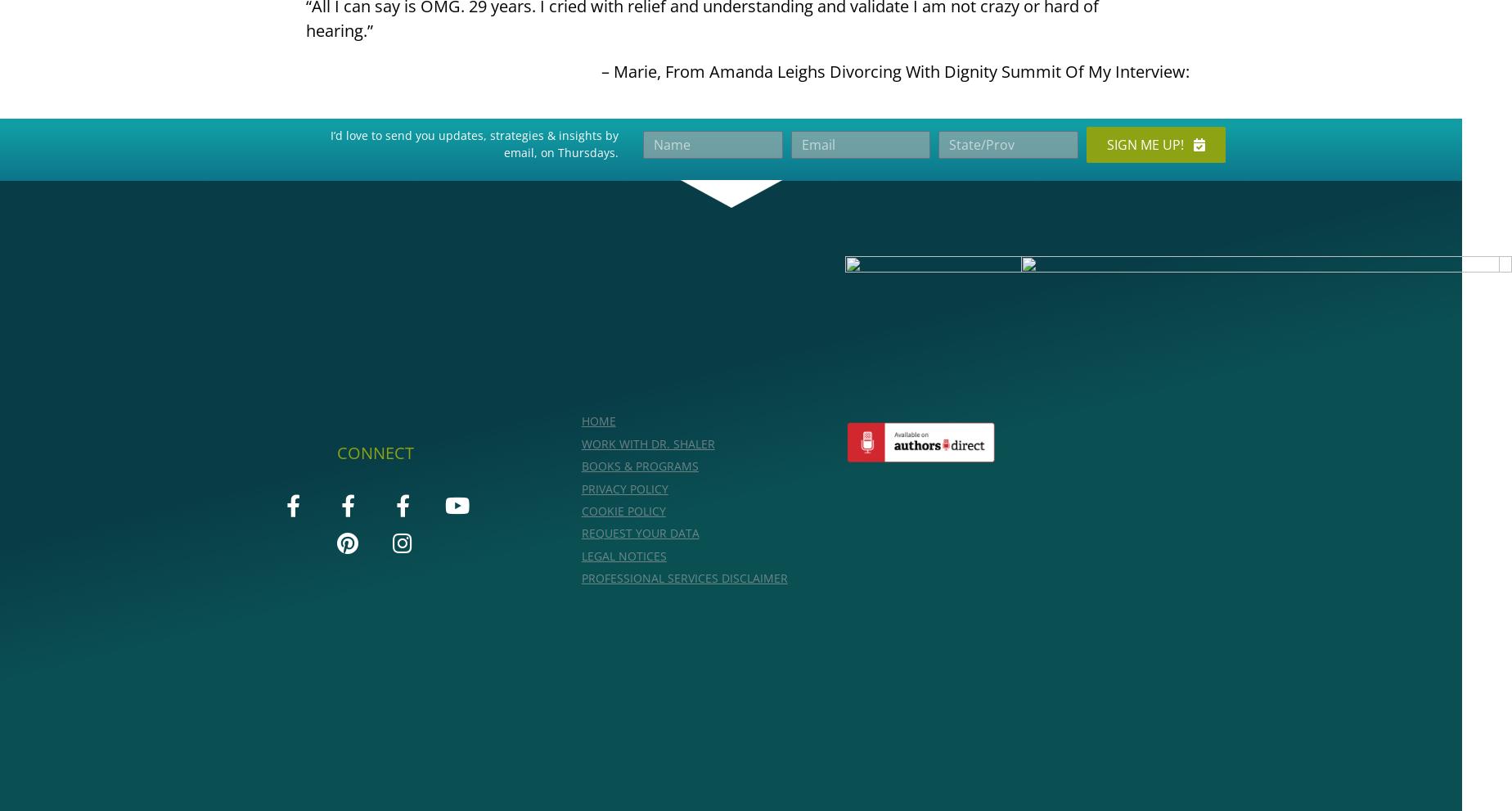  Describe the element at coordinates (624, 488) in the screenshot. I see `'Privacy Policy'` at that location.